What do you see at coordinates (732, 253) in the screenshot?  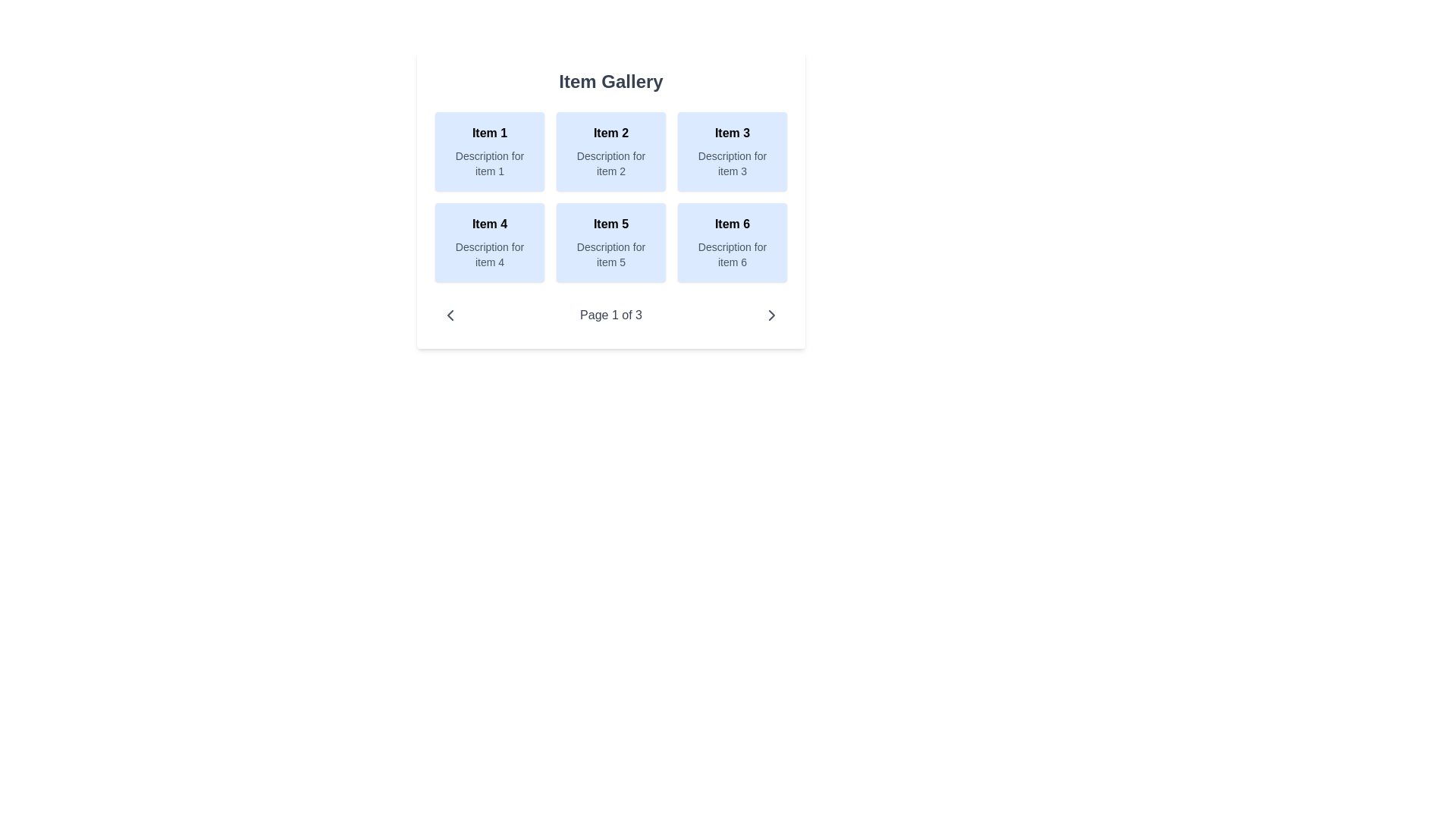 I see `the text block displaying 'Description for item 6', which is located beneath the 'Item 6' title in the third card of the second row` at bounding box center [732, 253].